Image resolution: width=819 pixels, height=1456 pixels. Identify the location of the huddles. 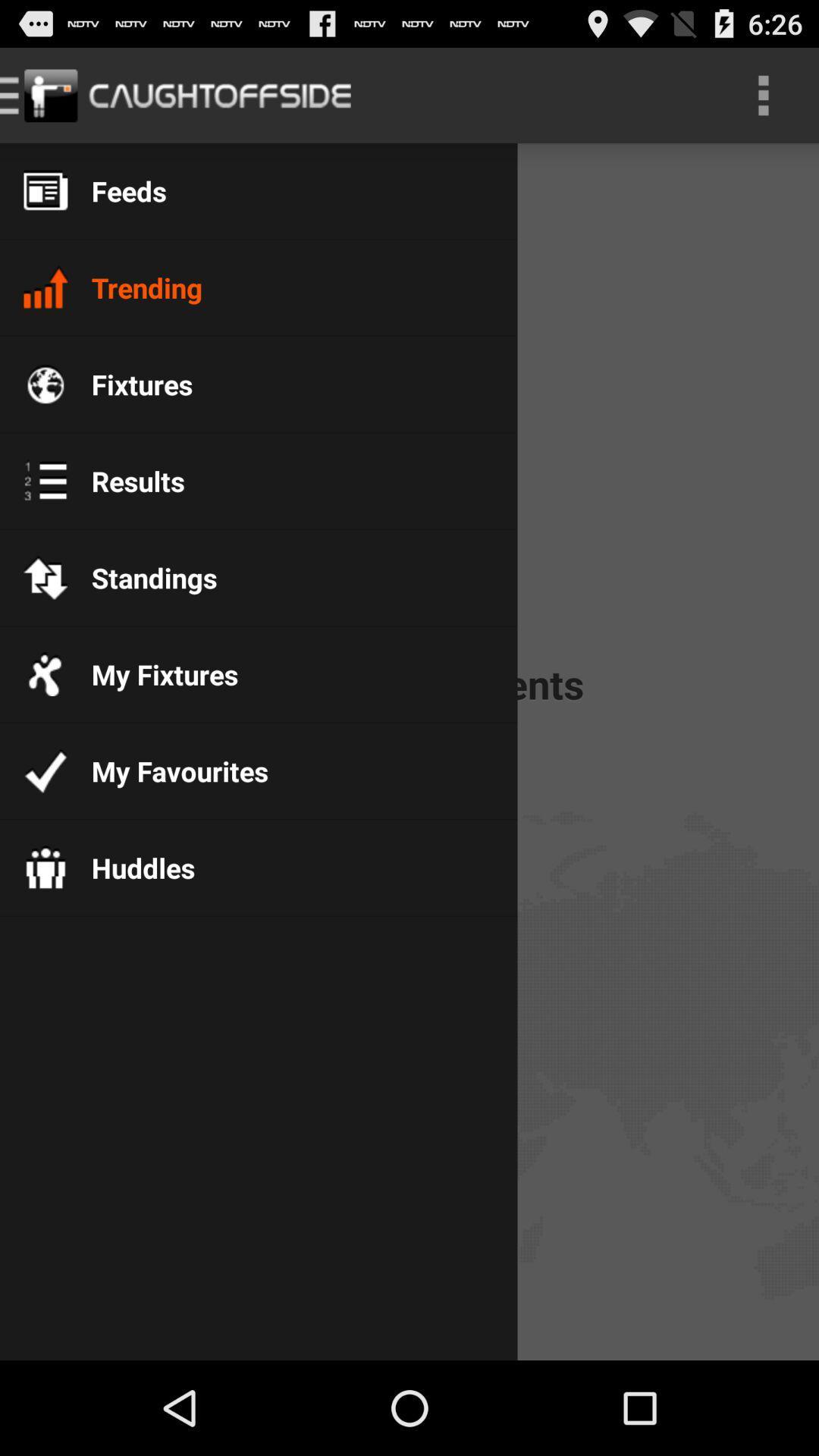
(130, 868).